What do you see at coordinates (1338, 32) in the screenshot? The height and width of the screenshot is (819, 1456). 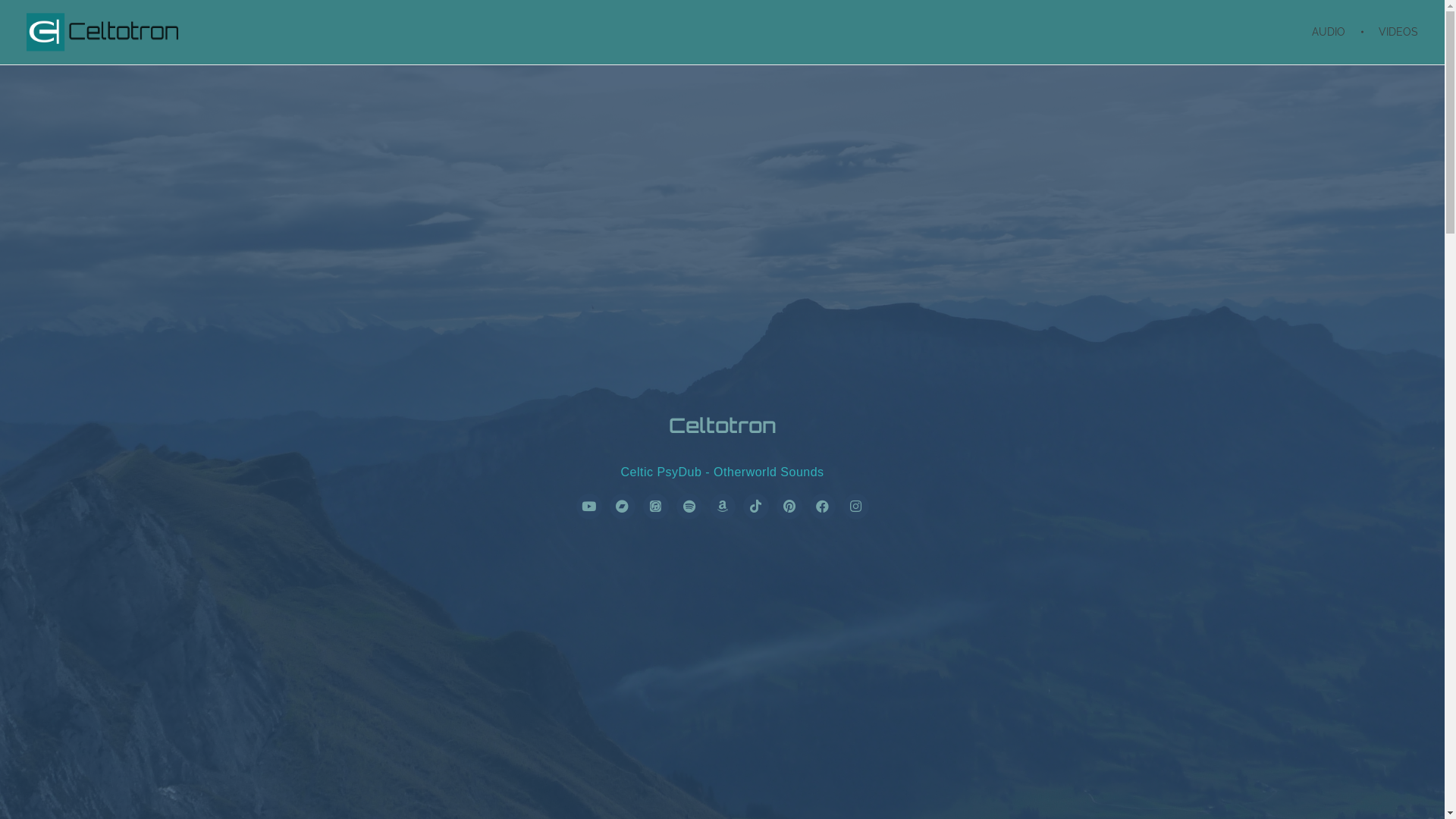 I see `'AUDIO'` at bounding box center [1338, 32].